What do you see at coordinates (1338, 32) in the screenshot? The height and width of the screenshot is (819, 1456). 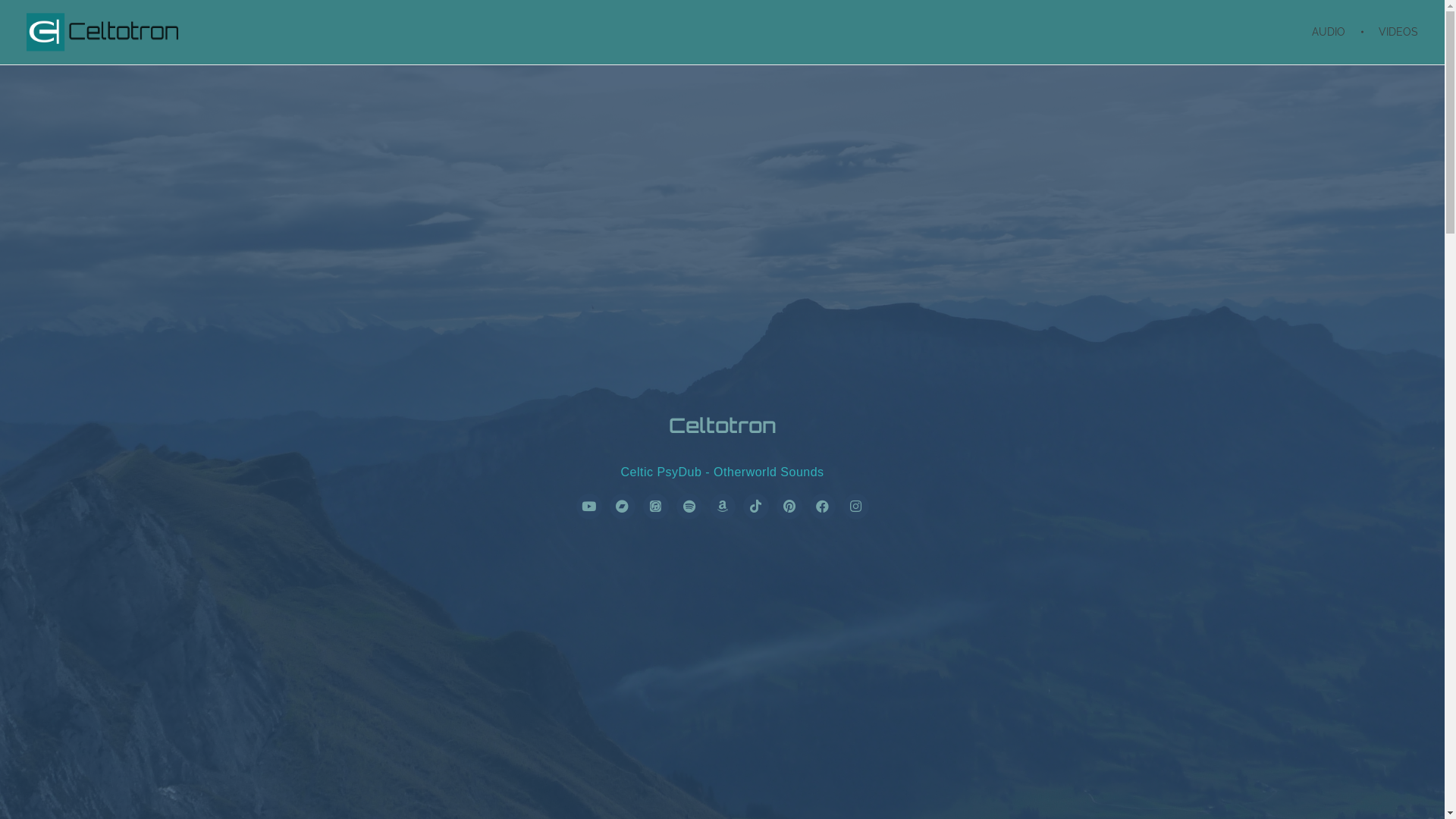 I see `'AUDIO'` at bounding box center [1338, 32].